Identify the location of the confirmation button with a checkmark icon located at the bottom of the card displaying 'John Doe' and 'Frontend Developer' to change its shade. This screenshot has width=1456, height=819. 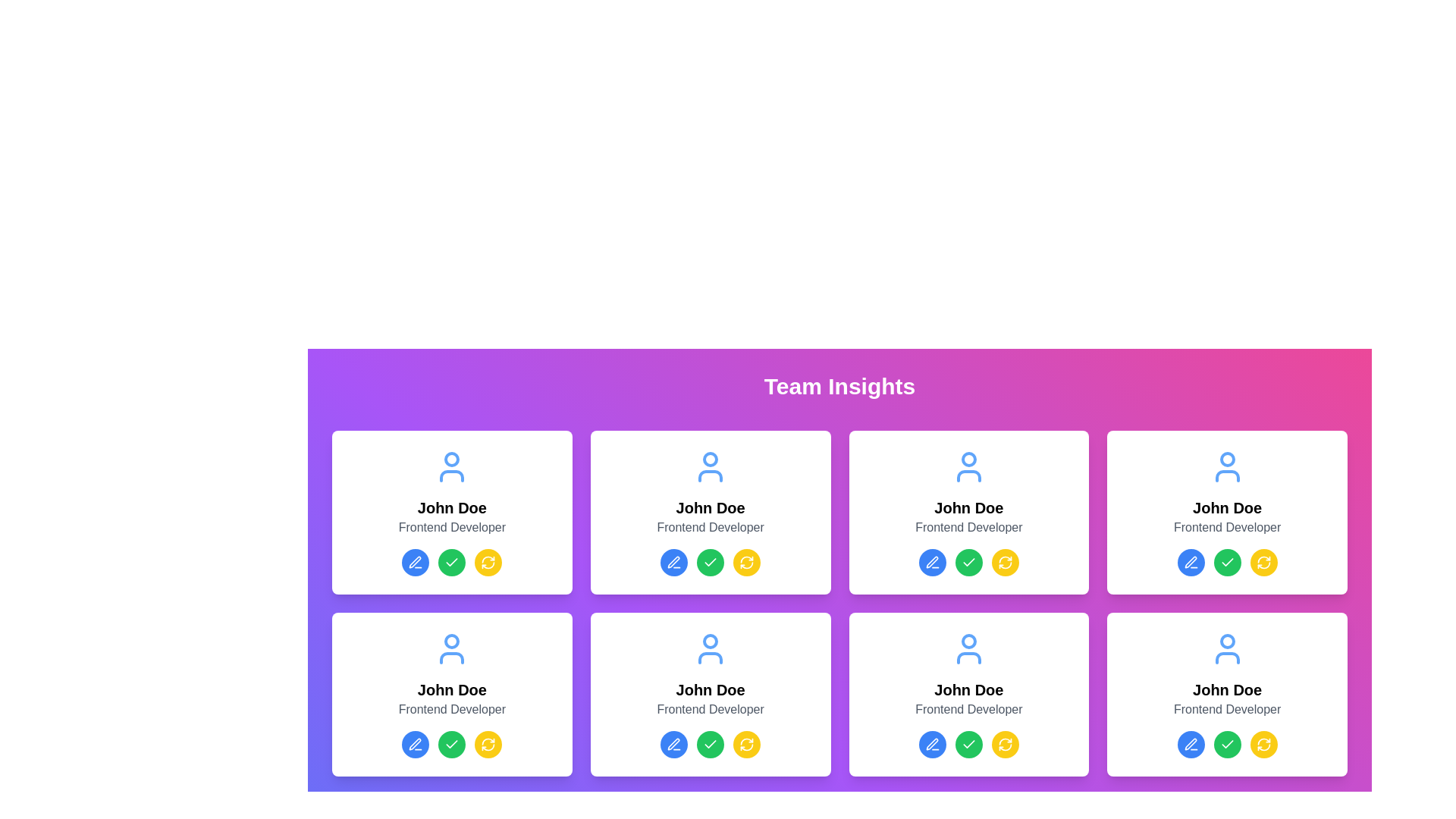
(968, 744).